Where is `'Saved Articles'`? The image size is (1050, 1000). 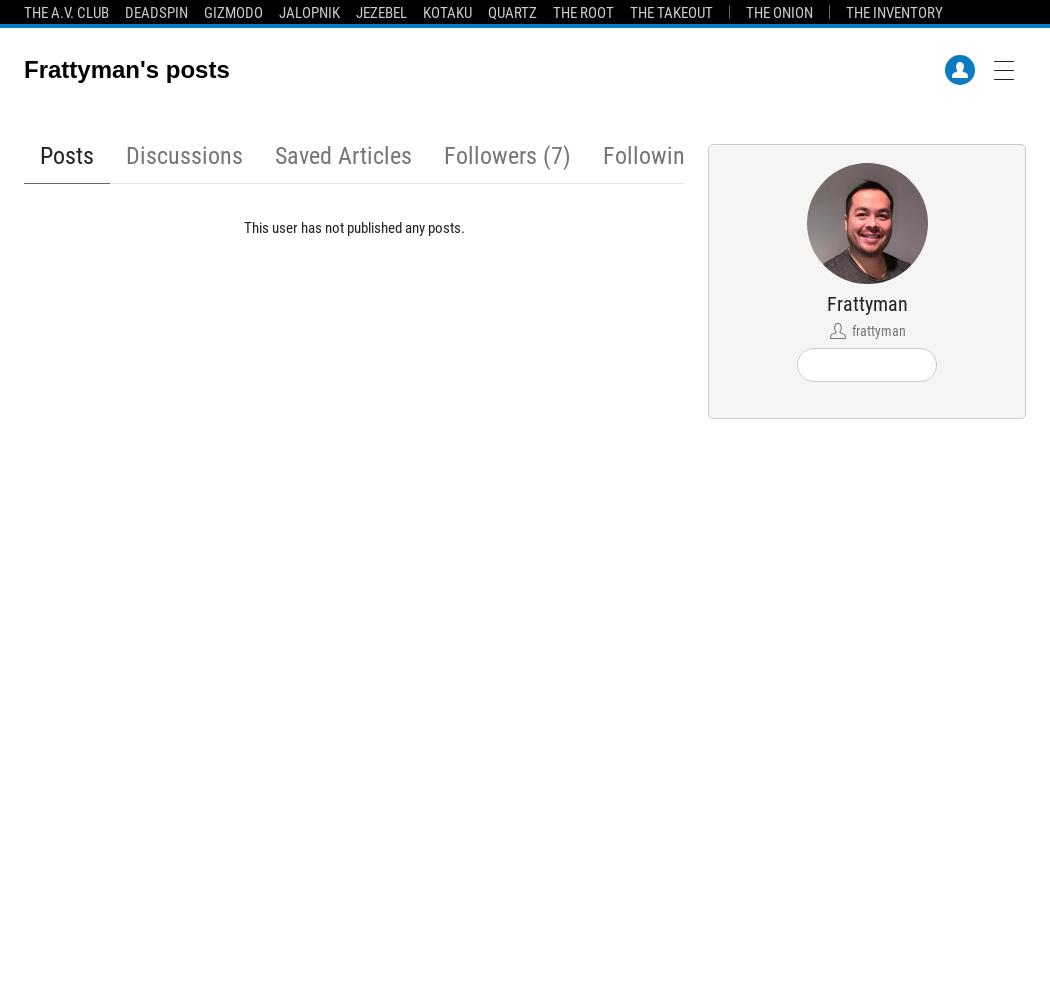 'Saved Articles' is located at coordinates (342, 156).